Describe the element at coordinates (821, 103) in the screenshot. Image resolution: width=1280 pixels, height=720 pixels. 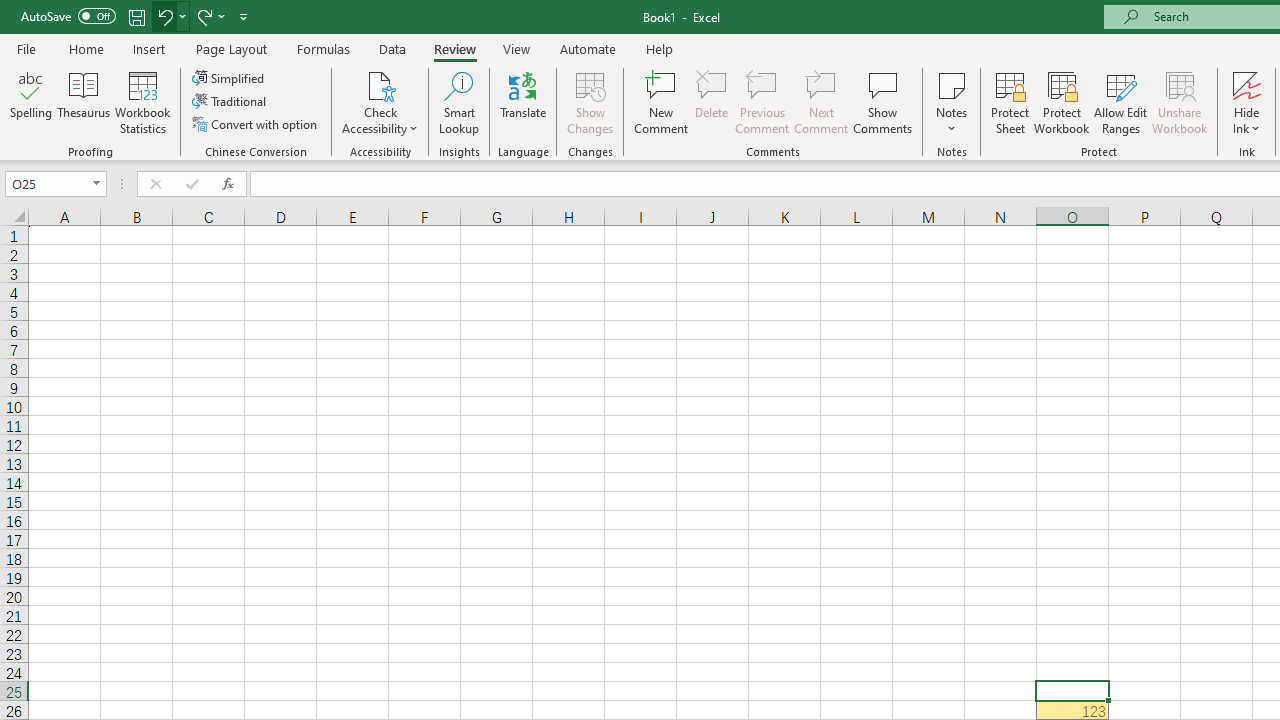
I see `'Next Comment'` at that location.